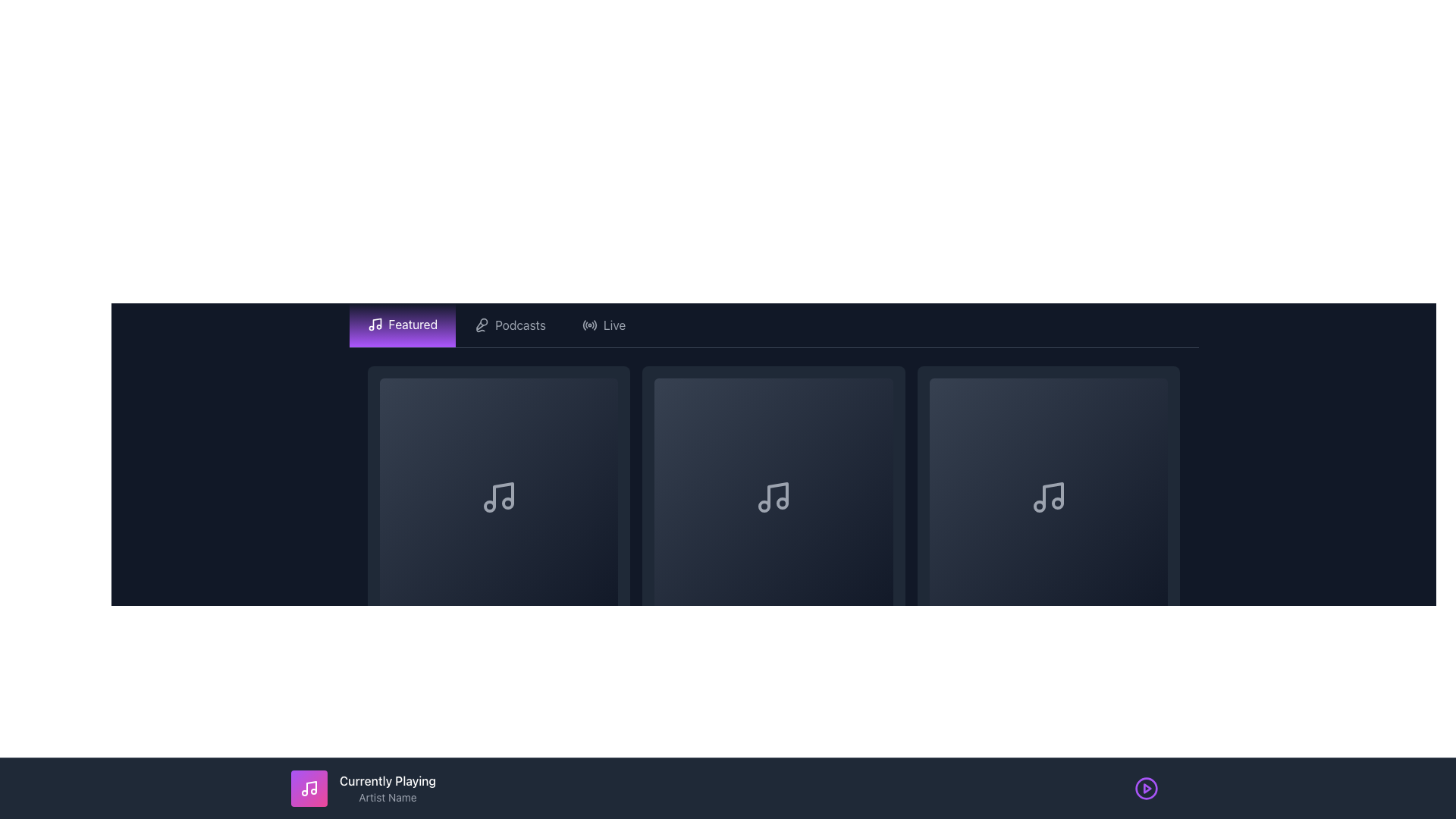 The height and width of the screenshot is (819, 1456). Describe the element at coordinates (603, 324) in the screenshot. I see `the navigation button that directs users to the 'Live' section, located in the third position of the horizontal navigation bar` at that location.